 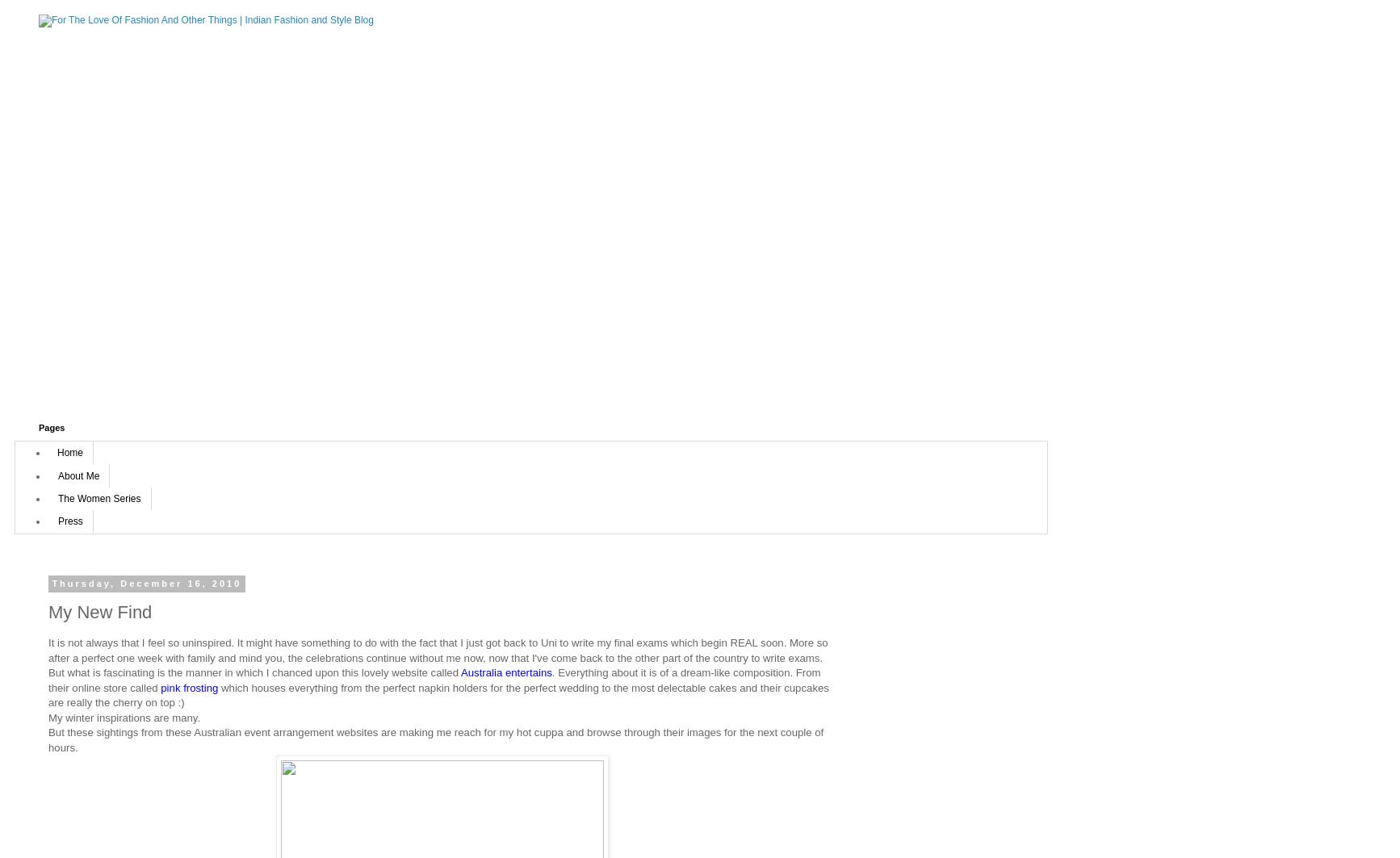 I want to click on 'pink frosting', so click(x=189, y=686).